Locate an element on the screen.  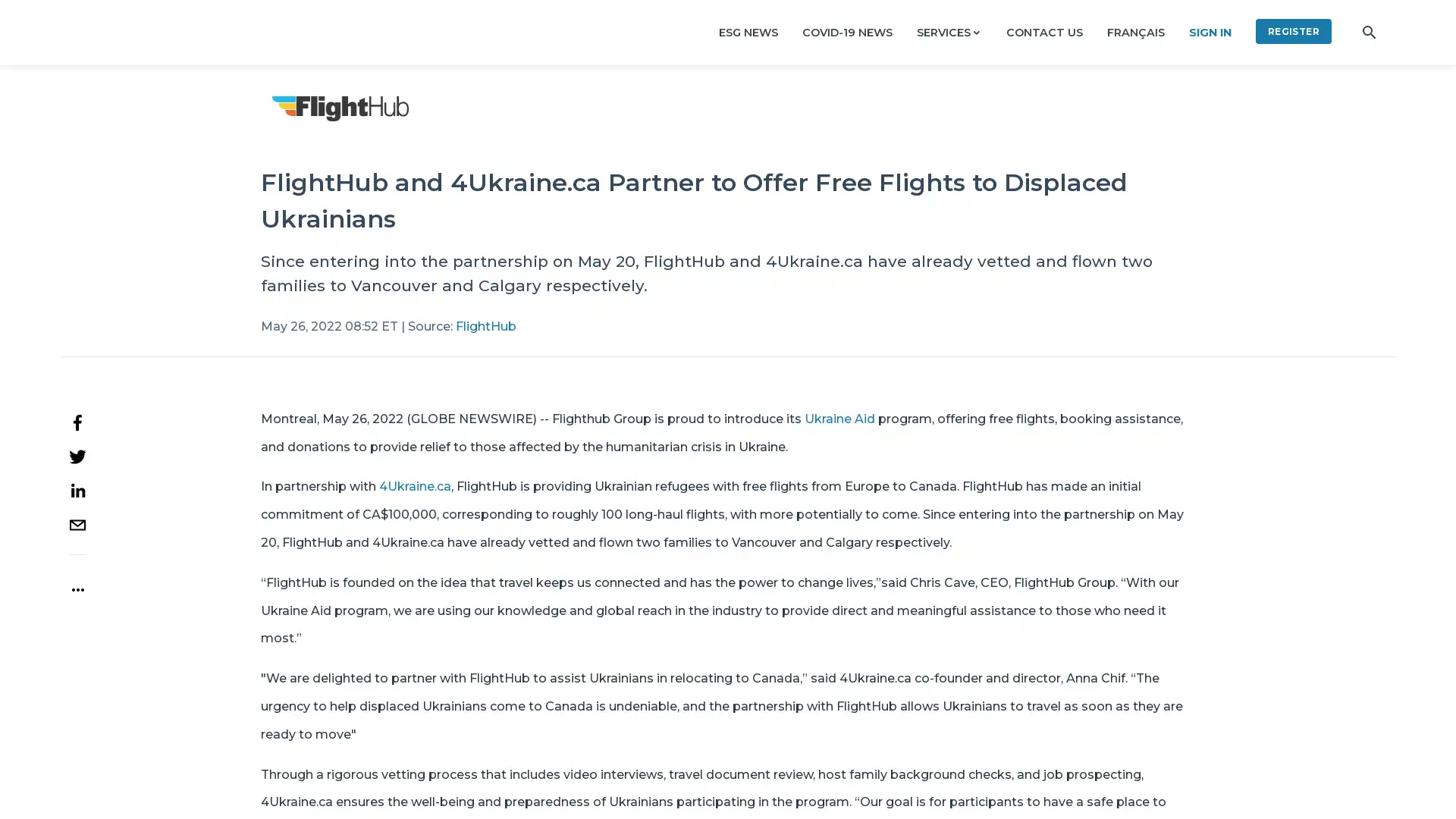
twitter is located at coordinates (77, 455).